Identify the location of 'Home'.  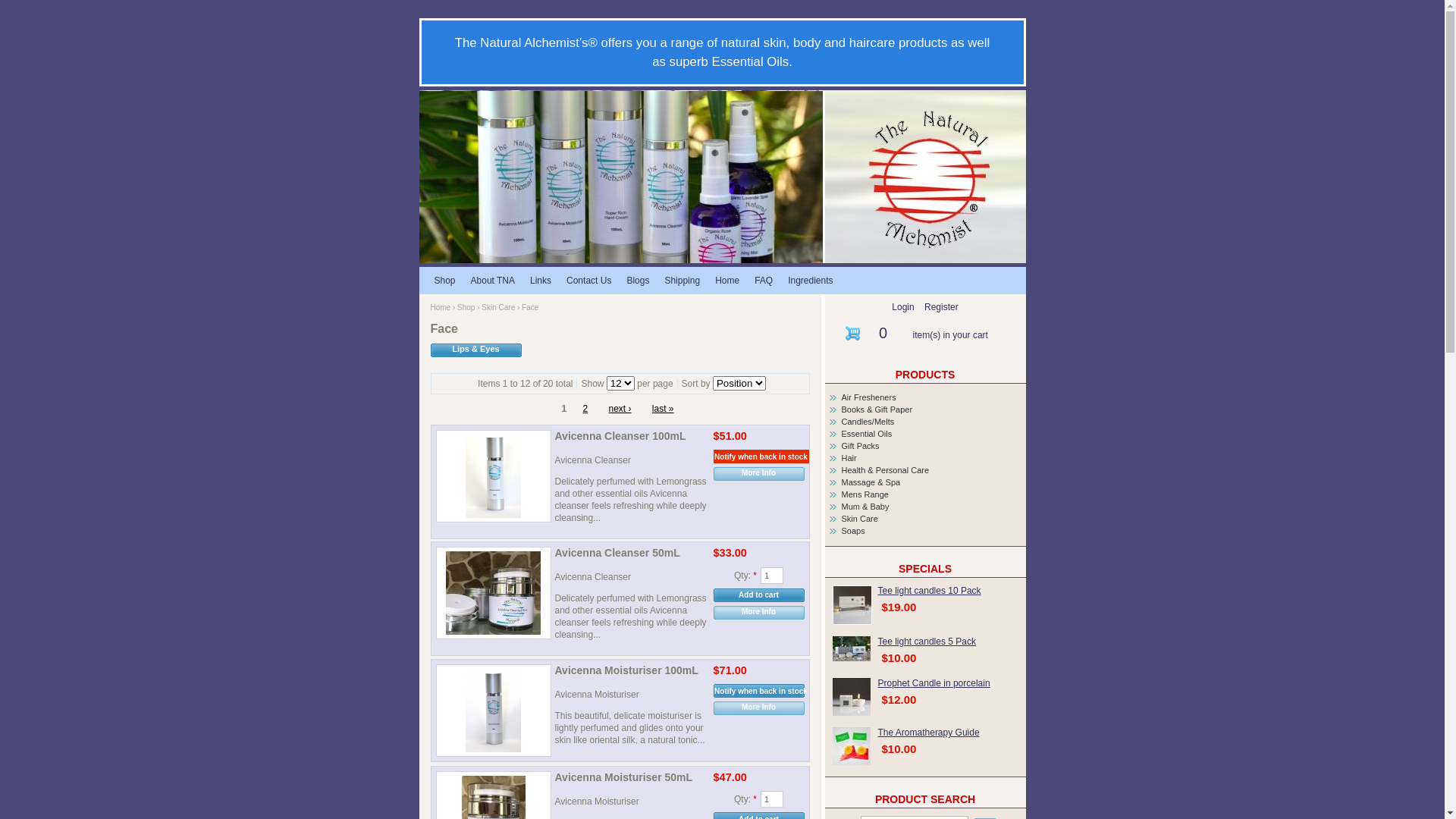
(429, 307).